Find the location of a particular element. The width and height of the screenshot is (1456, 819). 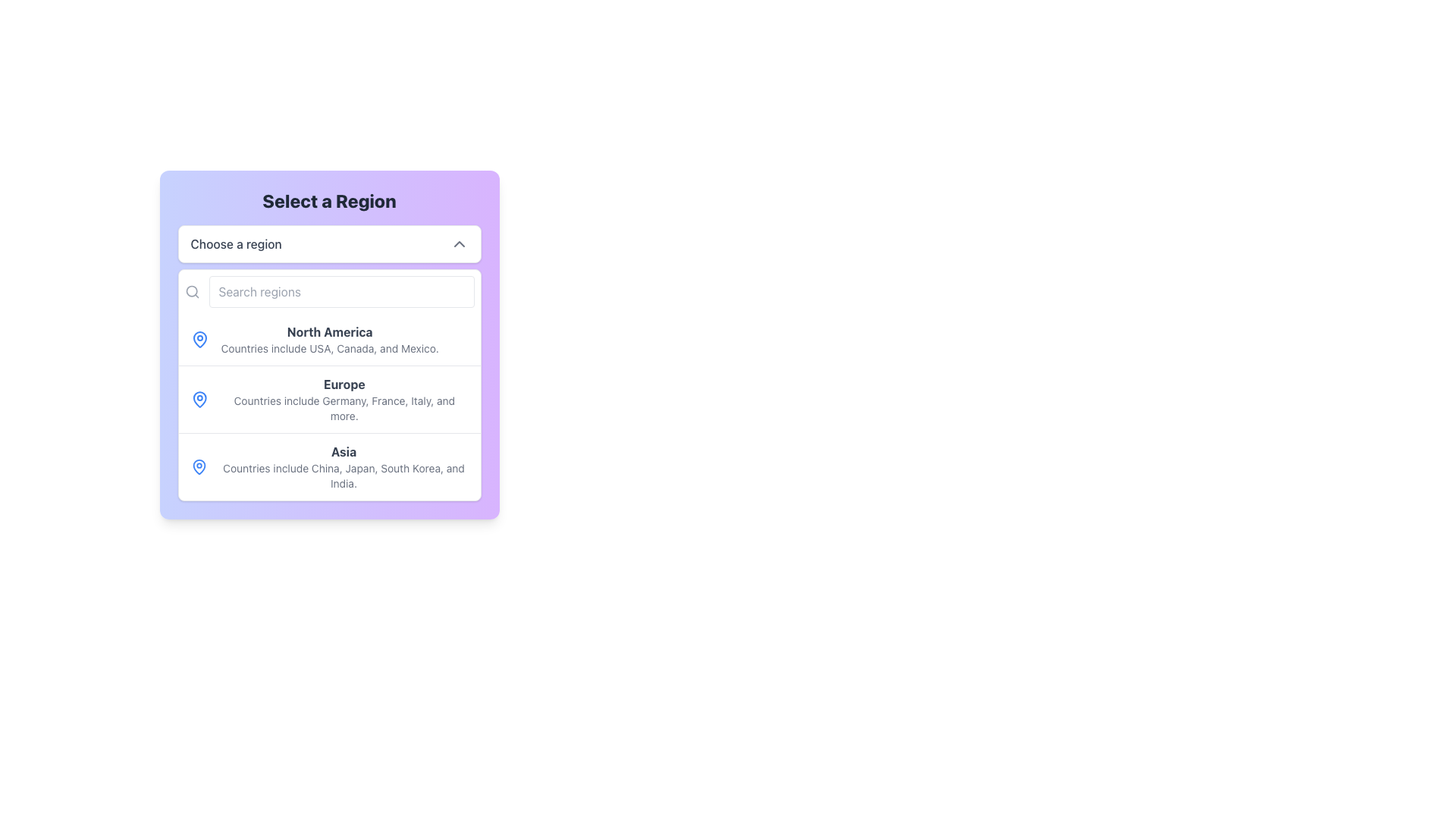

the icon representing the geographic region 'Europe' which enhances the identification of the 'Europe' entry in the list is located at coordinates (199, 399).